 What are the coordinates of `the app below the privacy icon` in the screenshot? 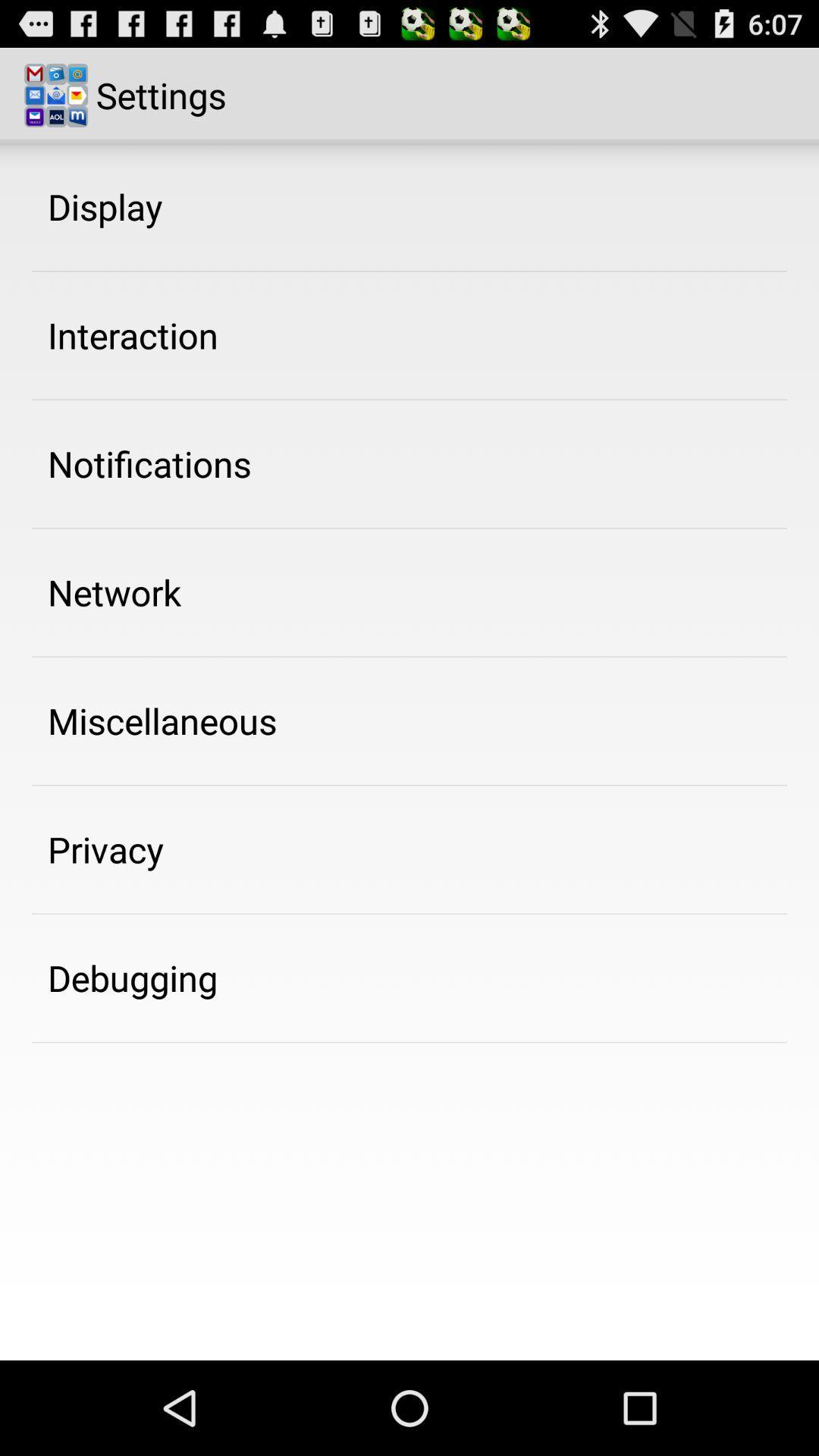 It's located at (132, 977).